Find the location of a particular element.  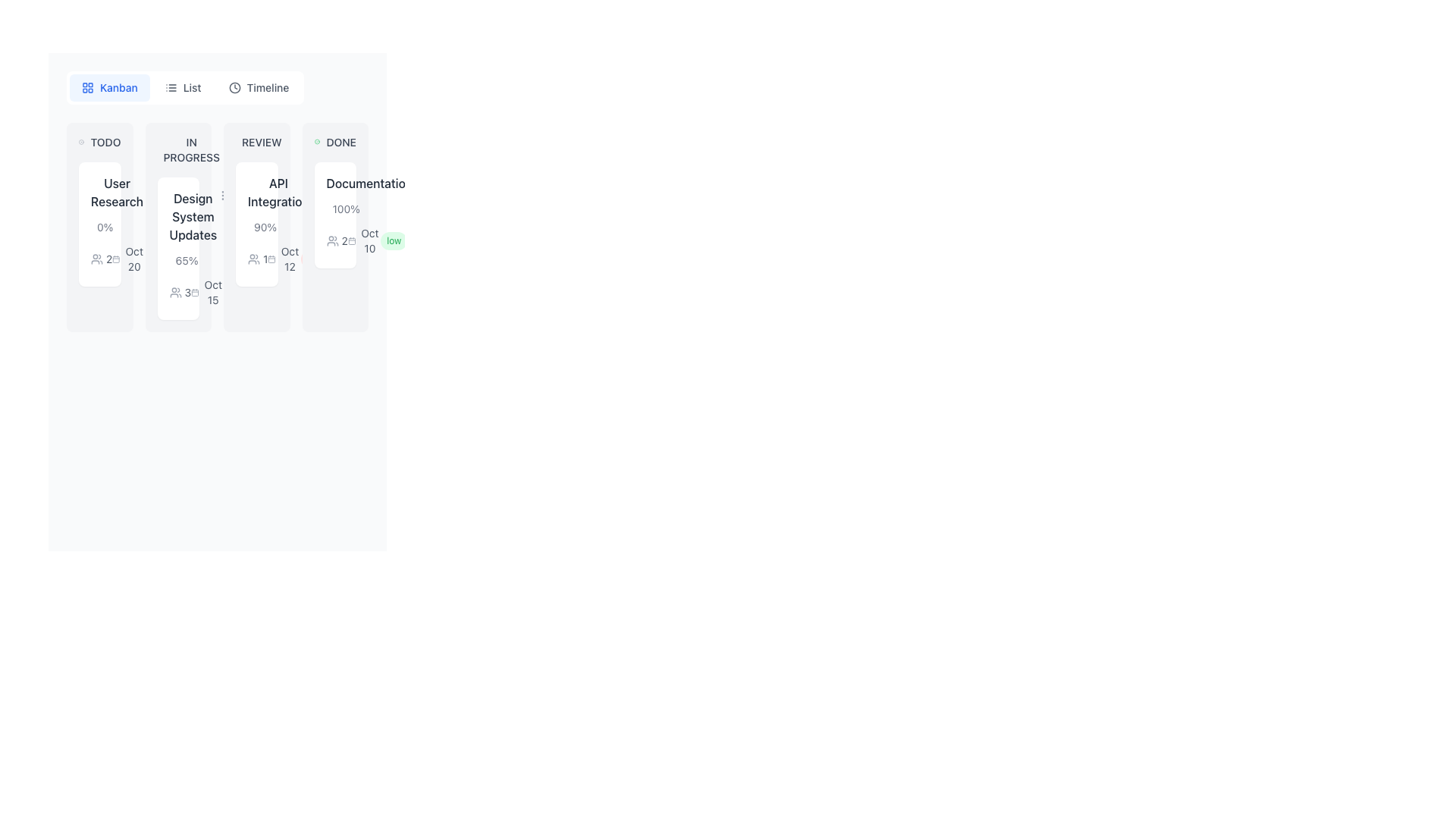

the first icon to the left of the text 'TODO' in the Kanban-like board structure is located at coordinates (80, 143).